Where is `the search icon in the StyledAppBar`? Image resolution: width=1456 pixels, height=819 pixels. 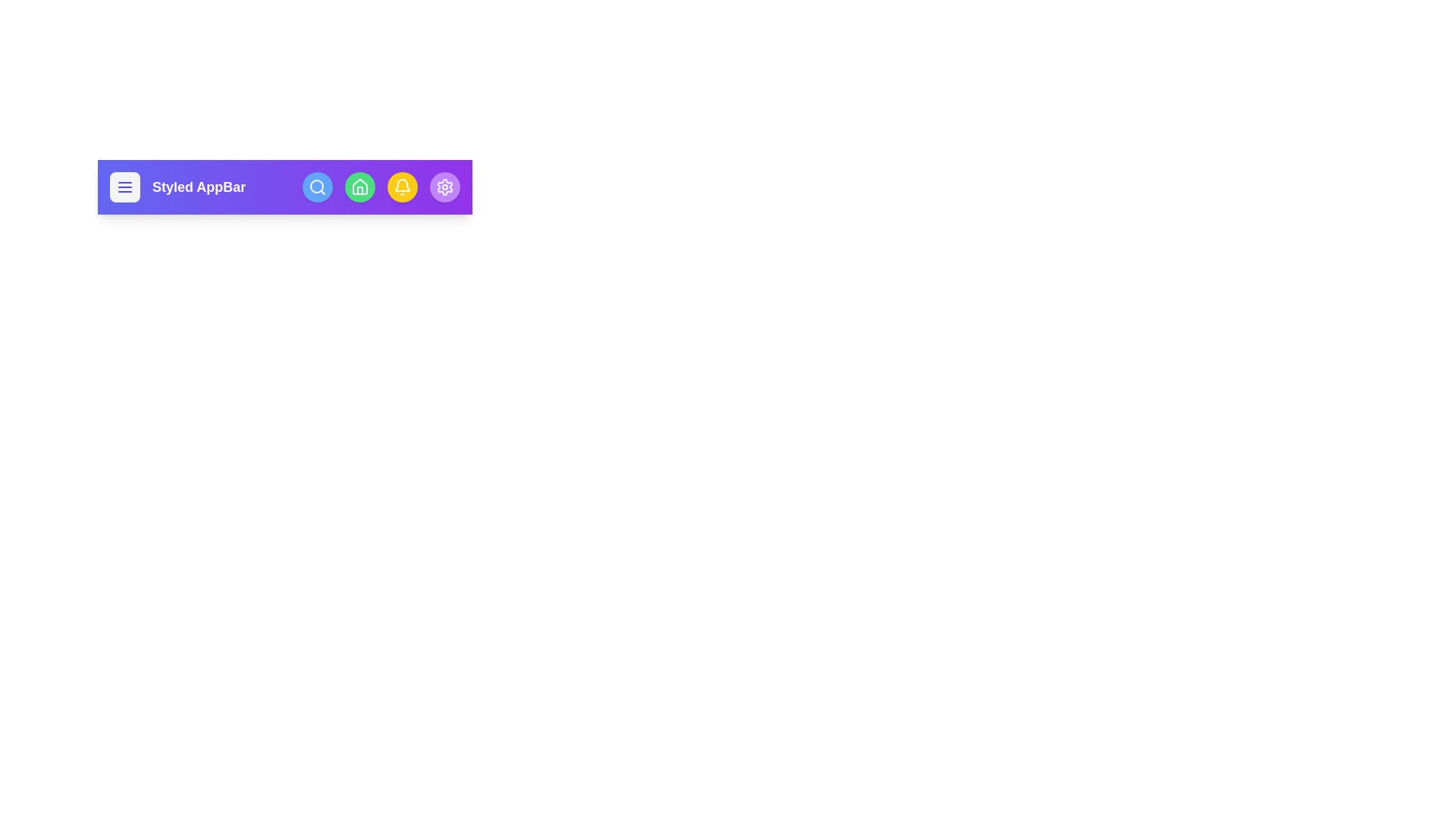
the search icon in the StyledAppBar is located at coordinates (316, 186).